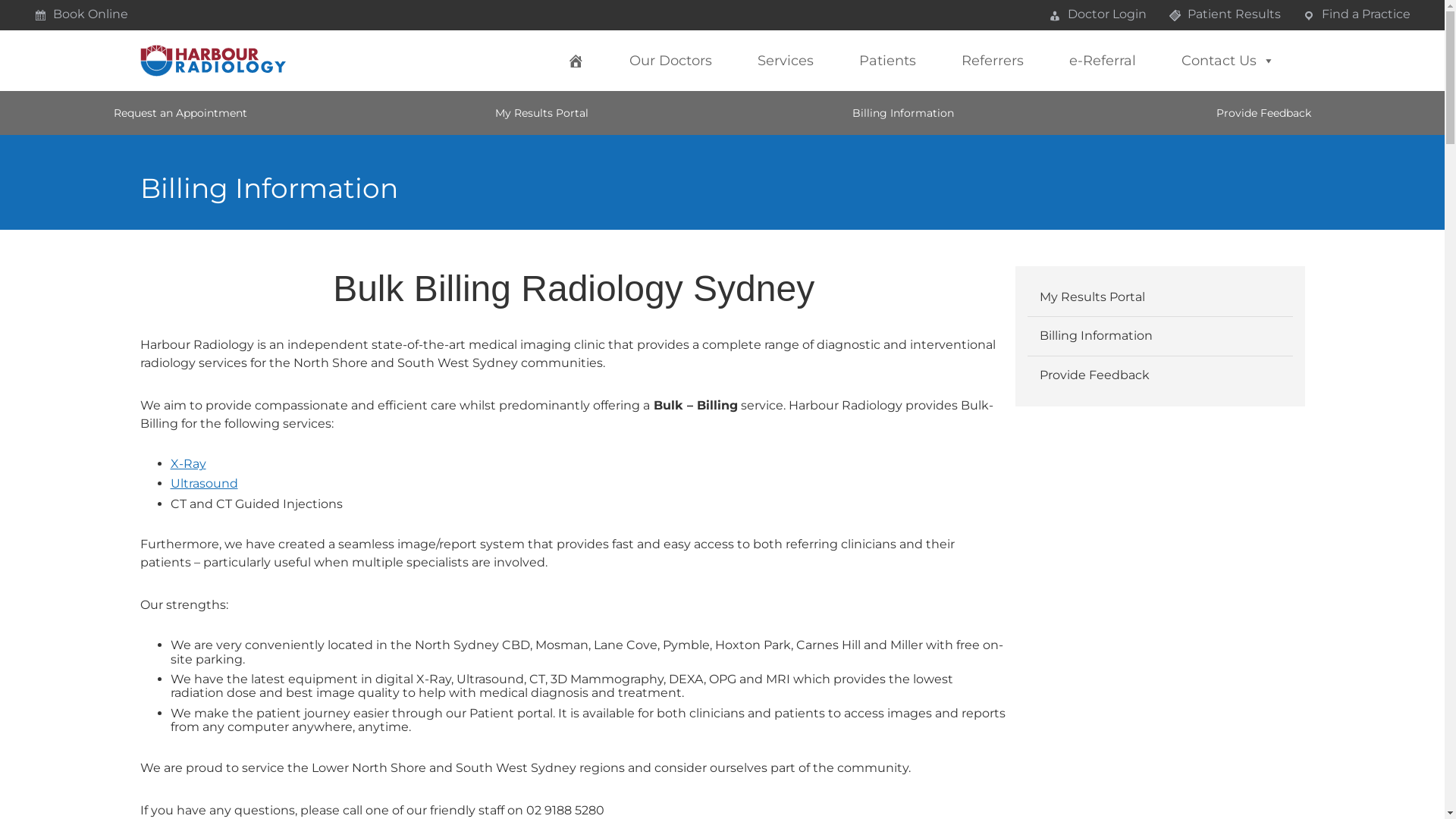 This screenshot has width=1456, height=819. What do you see at coordinates (187, 463) in the screenshot?
I see `'X-Ray'` at bounding box center [187, 463].